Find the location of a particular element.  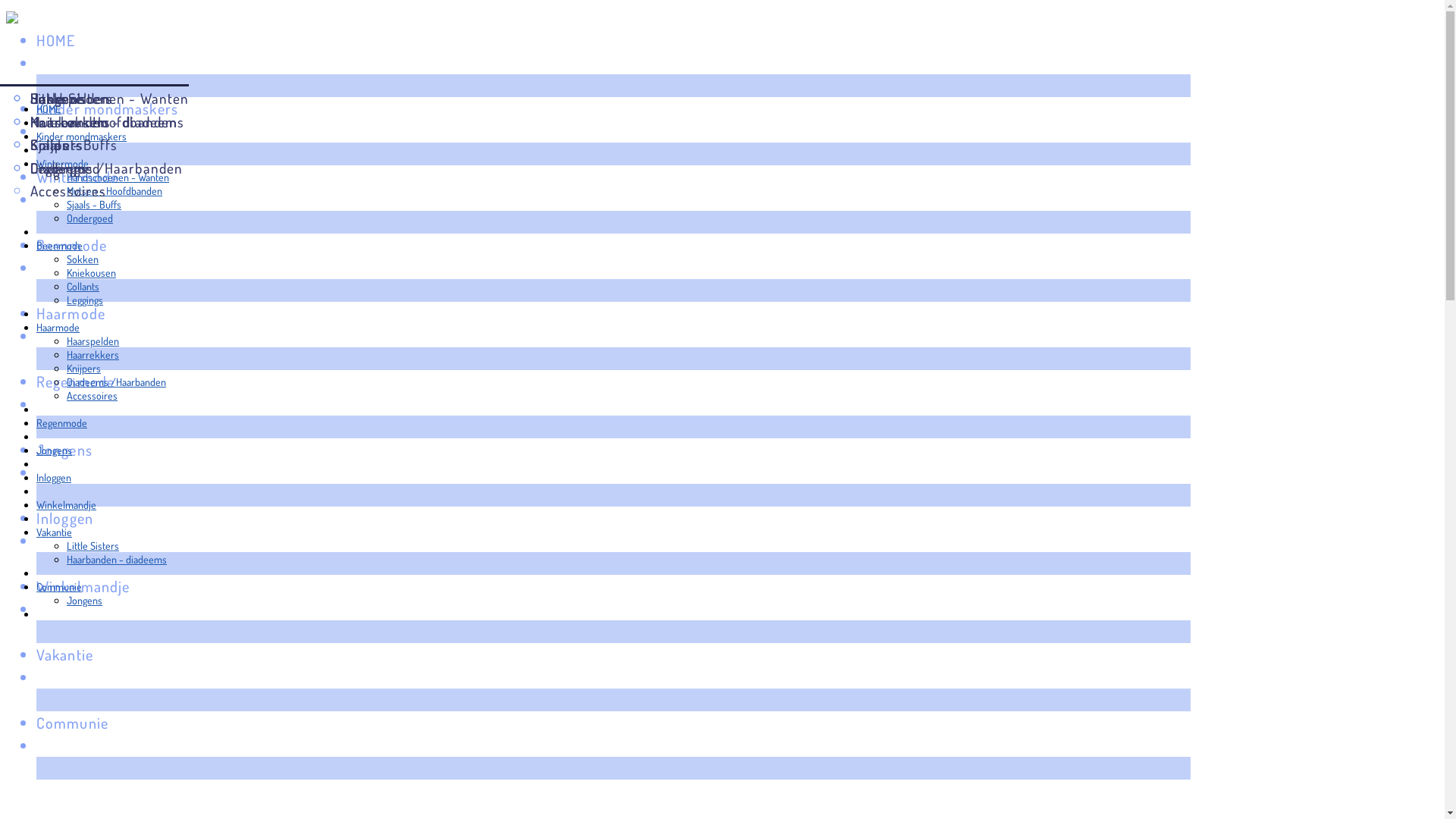

'Communie' is located at coordinates (36, 721).